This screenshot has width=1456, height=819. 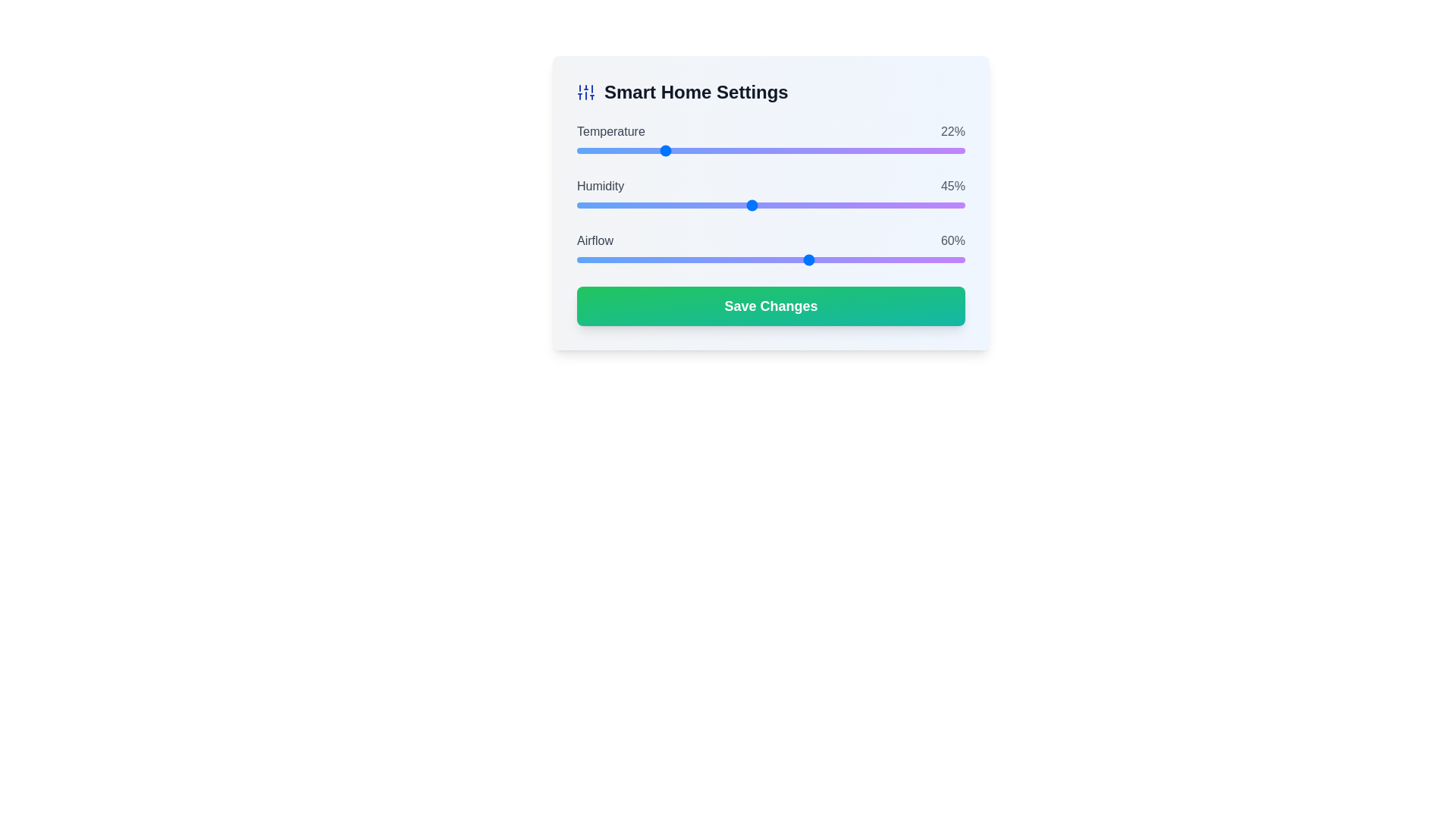 I want to click on the airflow, so click(x=779, y=259).